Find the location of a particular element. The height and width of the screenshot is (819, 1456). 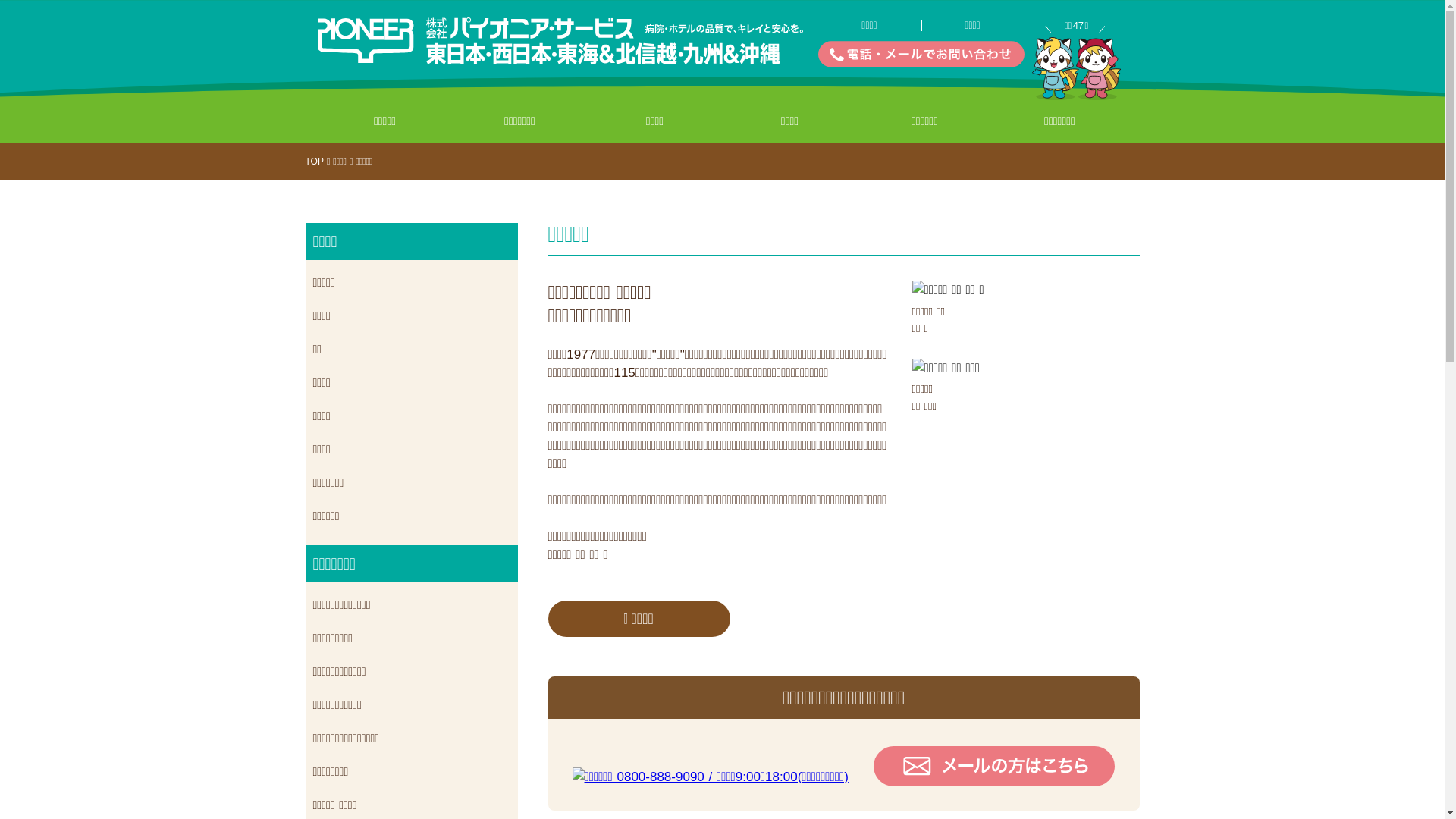

'TOP' is located at coordinates (312, 161).